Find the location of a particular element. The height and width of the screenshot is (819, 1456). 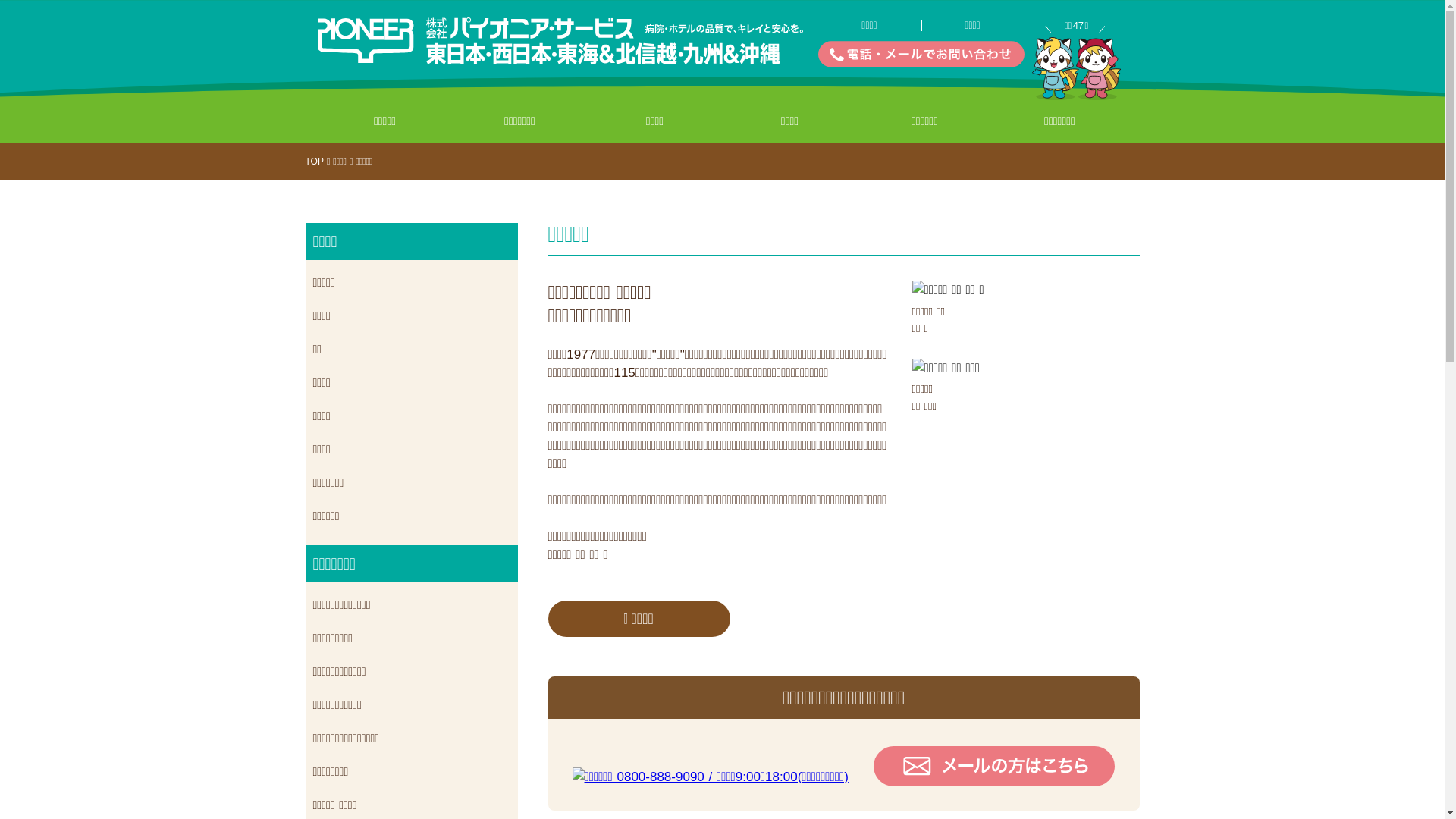

'TOP' is located at coordinates (312, 161).